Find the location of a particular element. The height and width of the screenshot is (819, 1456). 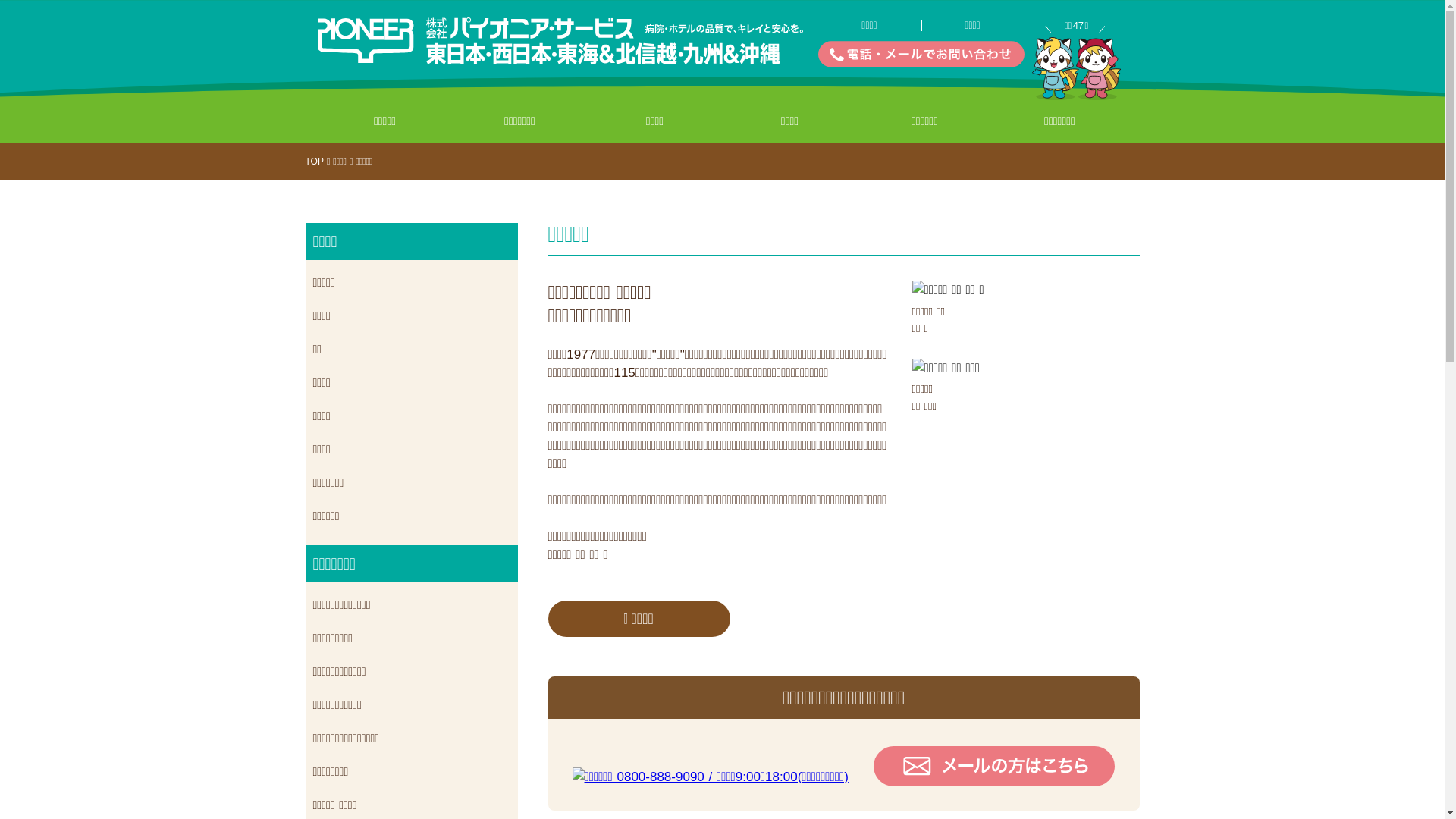

'TOP' is located at coordinates (312, 161).